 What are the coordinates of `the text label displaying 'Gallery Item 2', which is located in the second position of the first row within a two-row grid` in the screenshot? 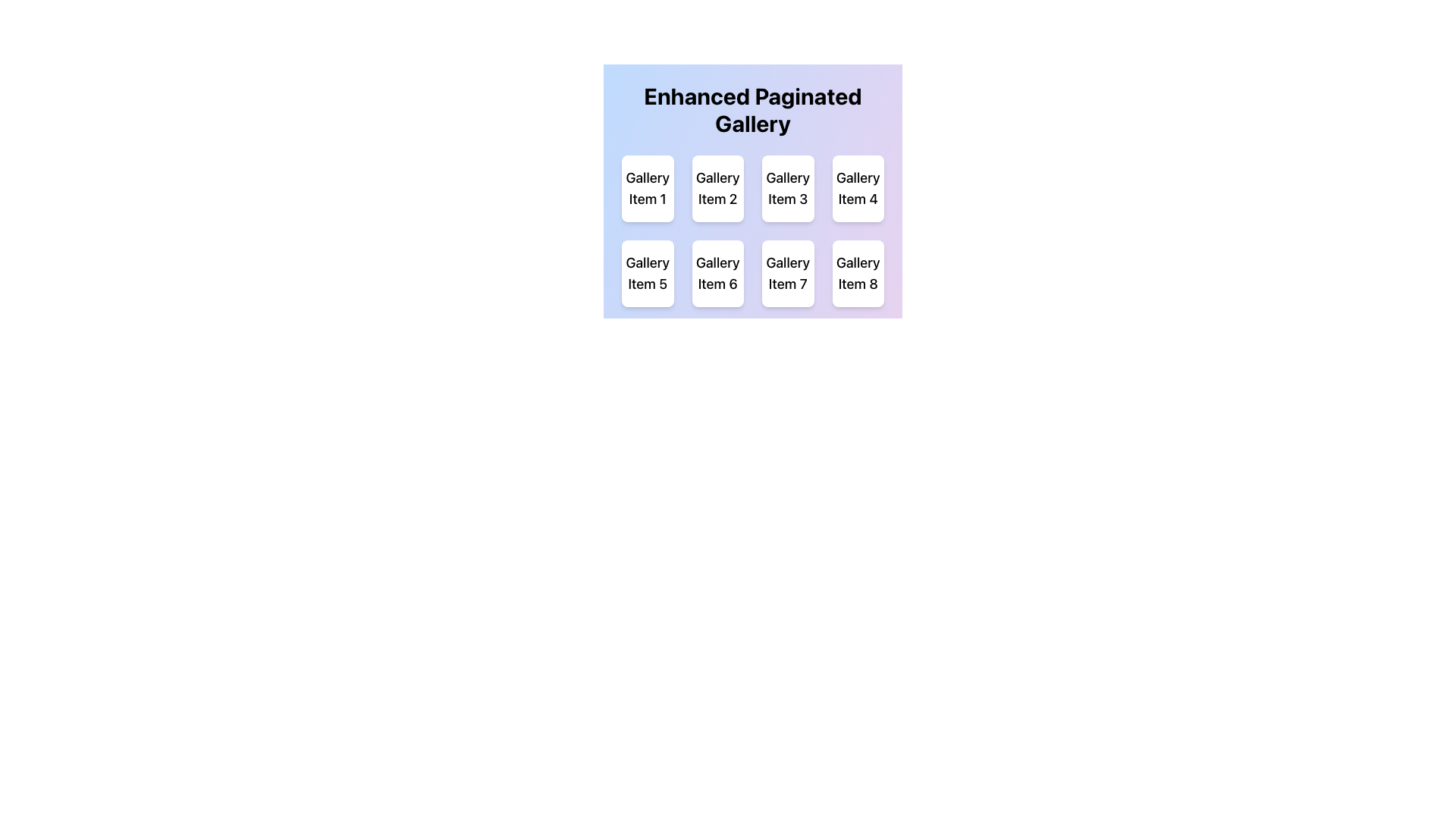 It's located at (717, 188).